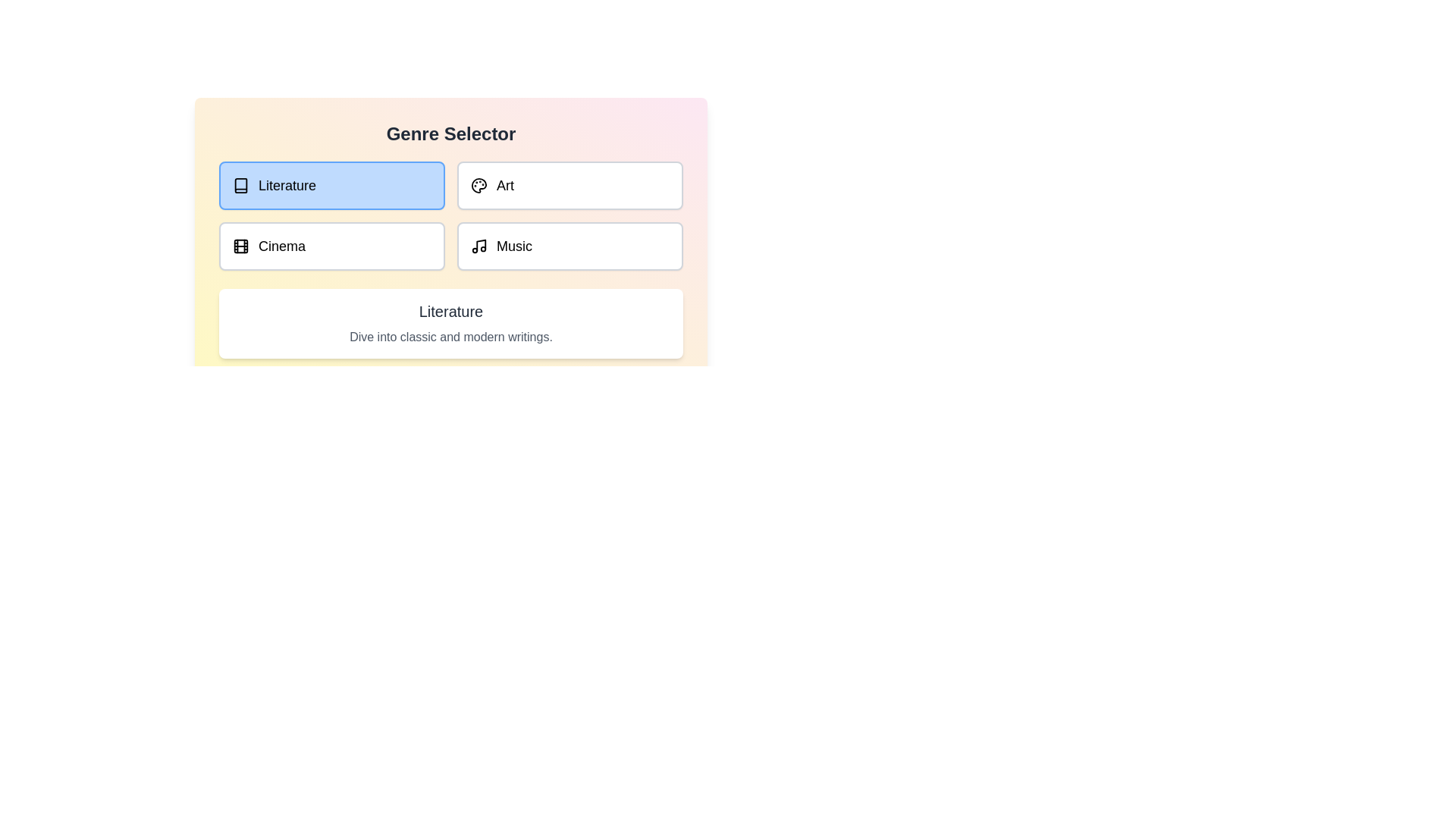 This screenshot has width=1456, height=819. Describe the element at coordinates (450, 336) in the screenshot. I see `the text component displaying the phrase 'Dive into classic and modern writings.' located below the bold 'Literature' heading within the card` at that location.